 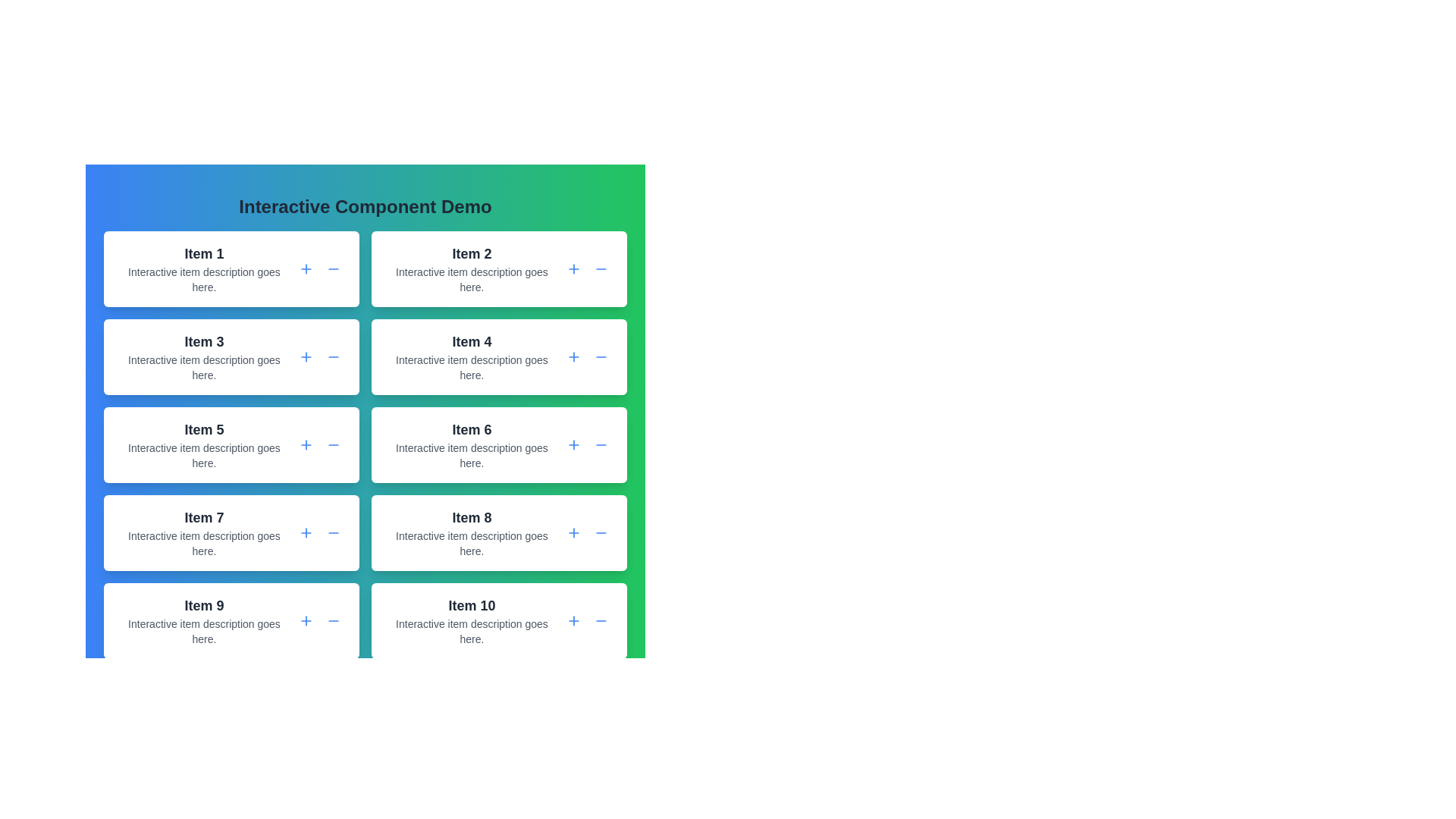 What do you see at coordinates (203, 543) in the screenshot?
I see `the static text label displaying 'Interactive item description goes here.' which is located within the card titled 'Item 7'` at bounding box center [203, 543].